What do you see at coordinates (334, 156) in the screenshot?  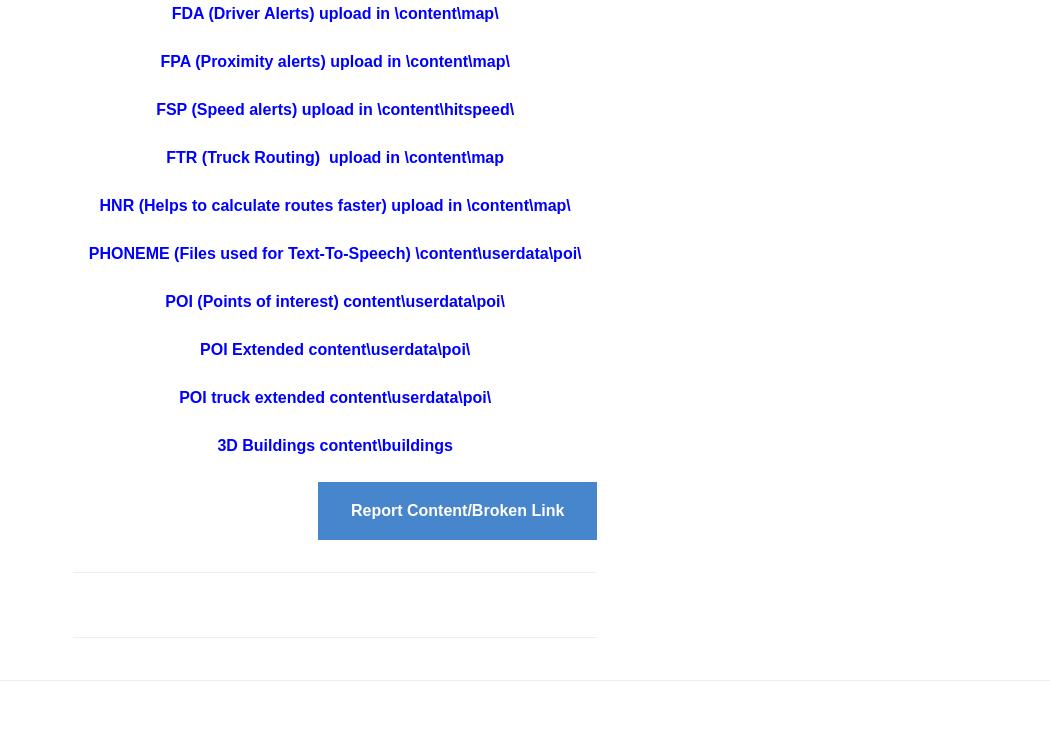 I see `'FTR (Truck Routing)  upload in \content\map'` at bounding box center [334, 156].